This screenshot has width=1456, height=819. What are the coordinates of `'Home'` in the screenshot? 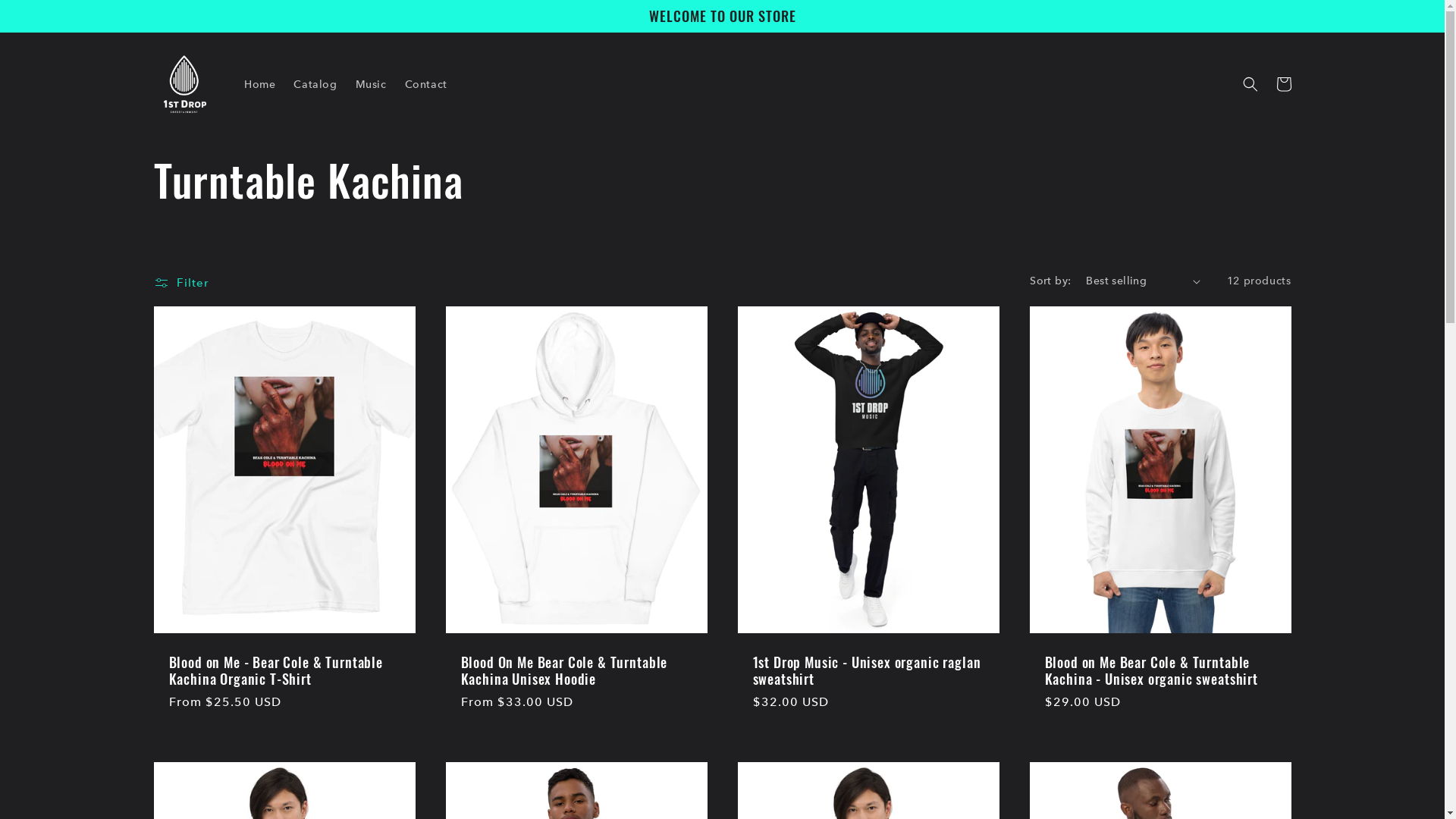 It's located at (259, 84).